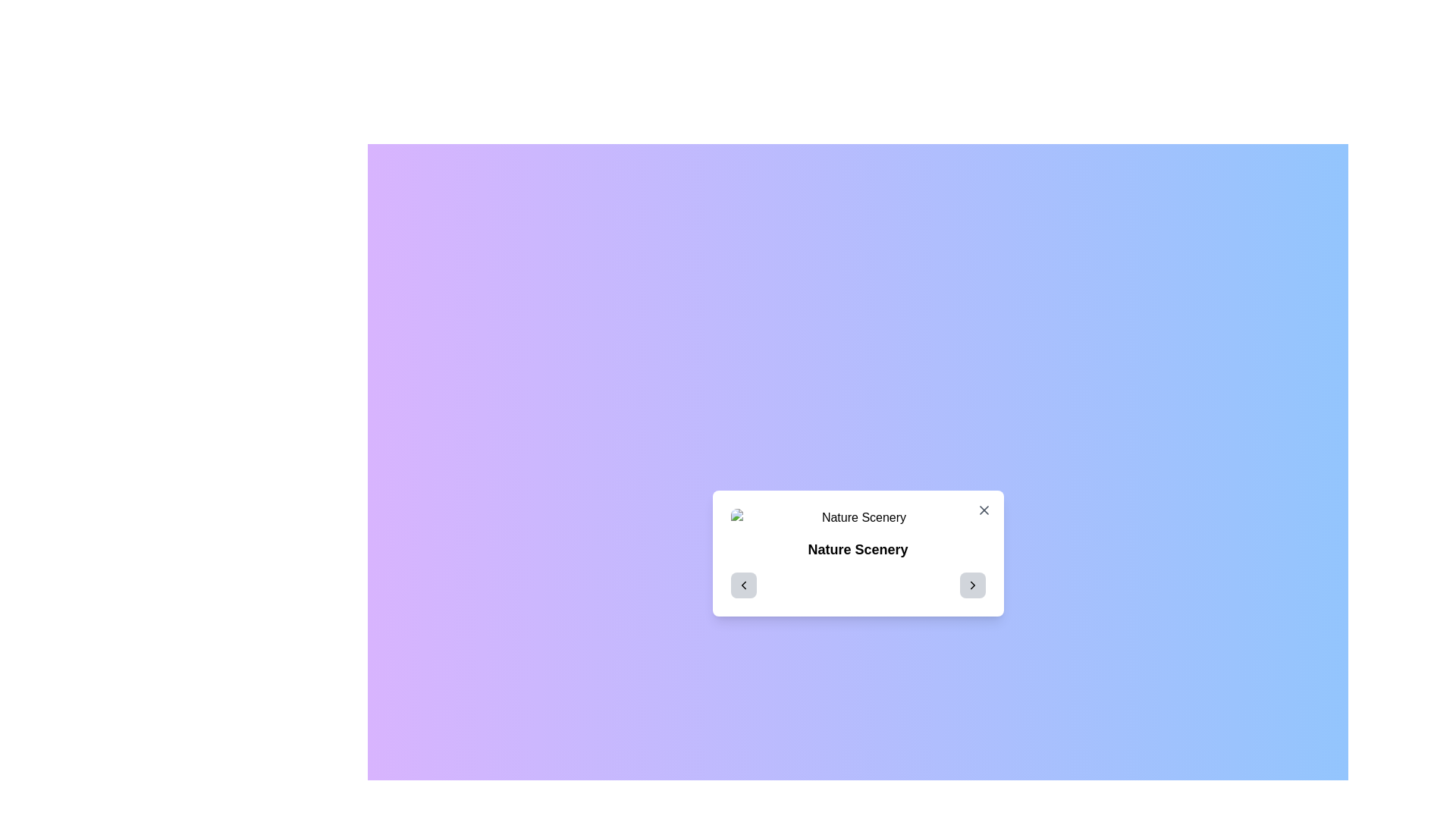  Describe the element at coordinates (858, 550) in the screenshot. I see `the text label displaying 'Nature Scenery'` at that location.